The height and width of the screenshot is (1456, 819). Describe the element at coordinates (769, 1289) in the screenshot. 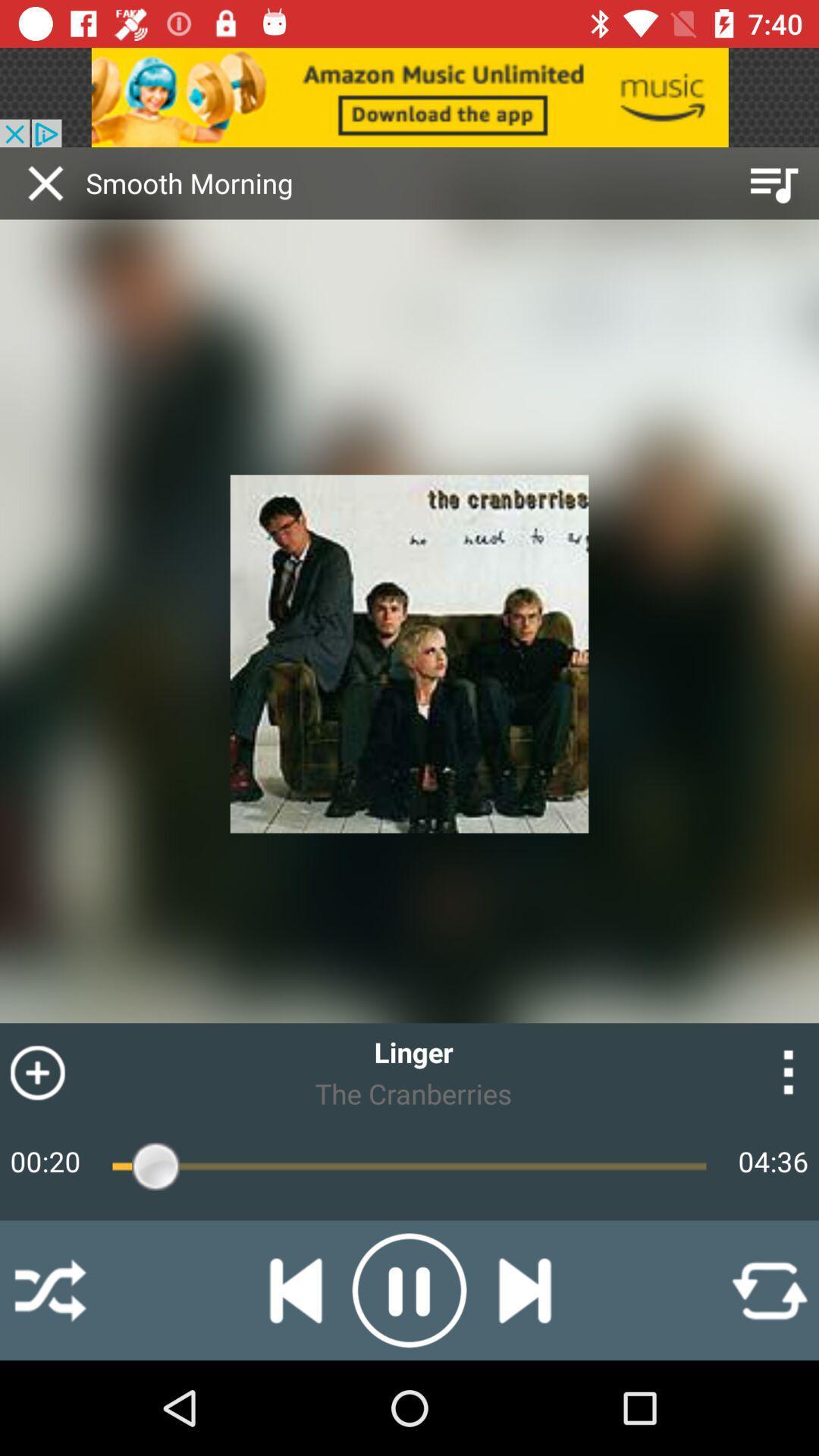

I see `icon at bottom right corner` at that location.